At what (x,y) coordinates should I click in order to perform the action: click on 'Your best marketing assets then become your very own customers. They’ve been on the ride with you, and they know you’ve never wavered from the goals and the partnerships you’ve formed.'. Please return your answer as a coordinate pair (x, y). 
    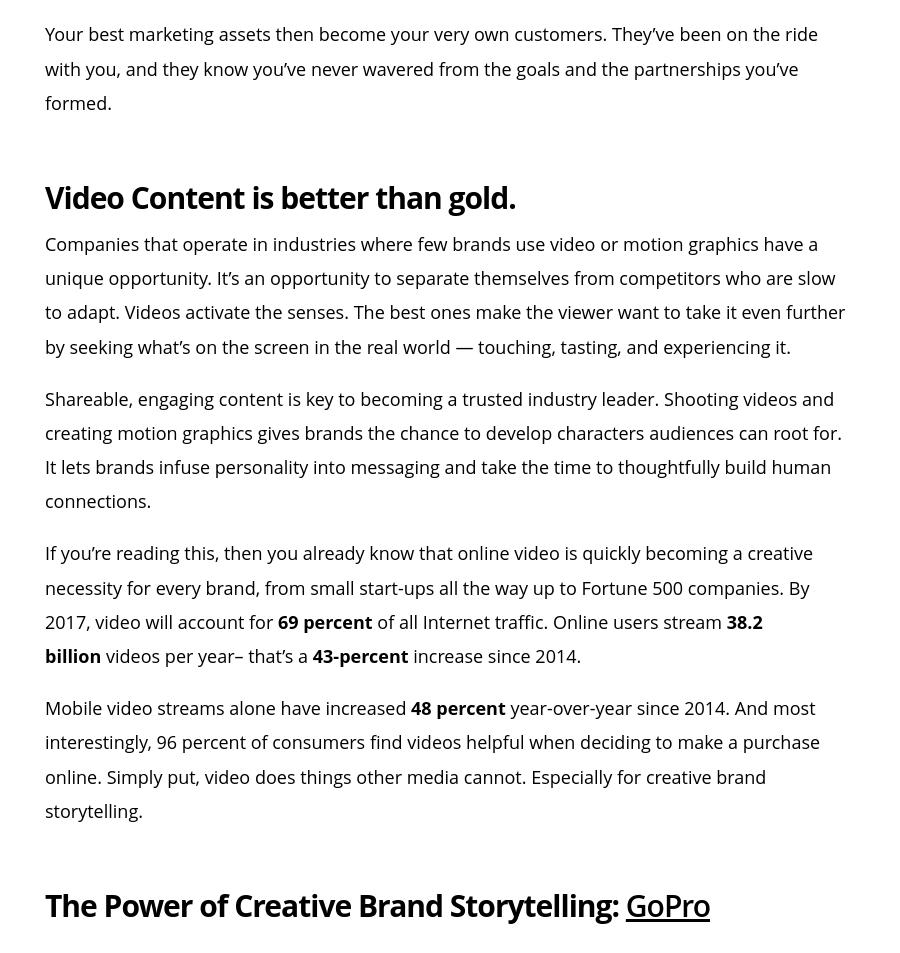
    Looking at the image, I should click on (44, 67).